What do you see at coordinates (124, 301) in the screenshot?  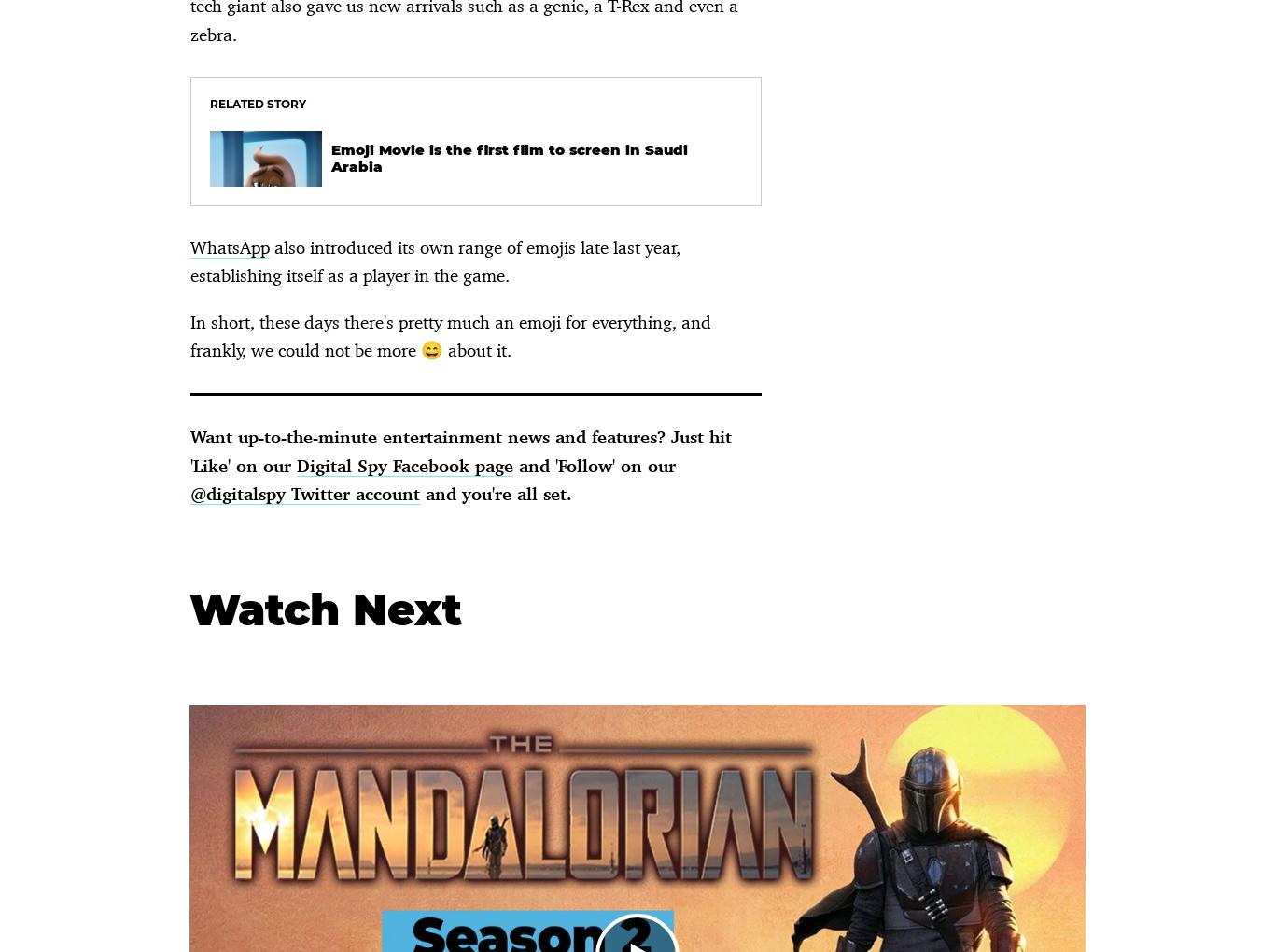 I see `'Cookies Choices'` at bounding box center [124, 301].